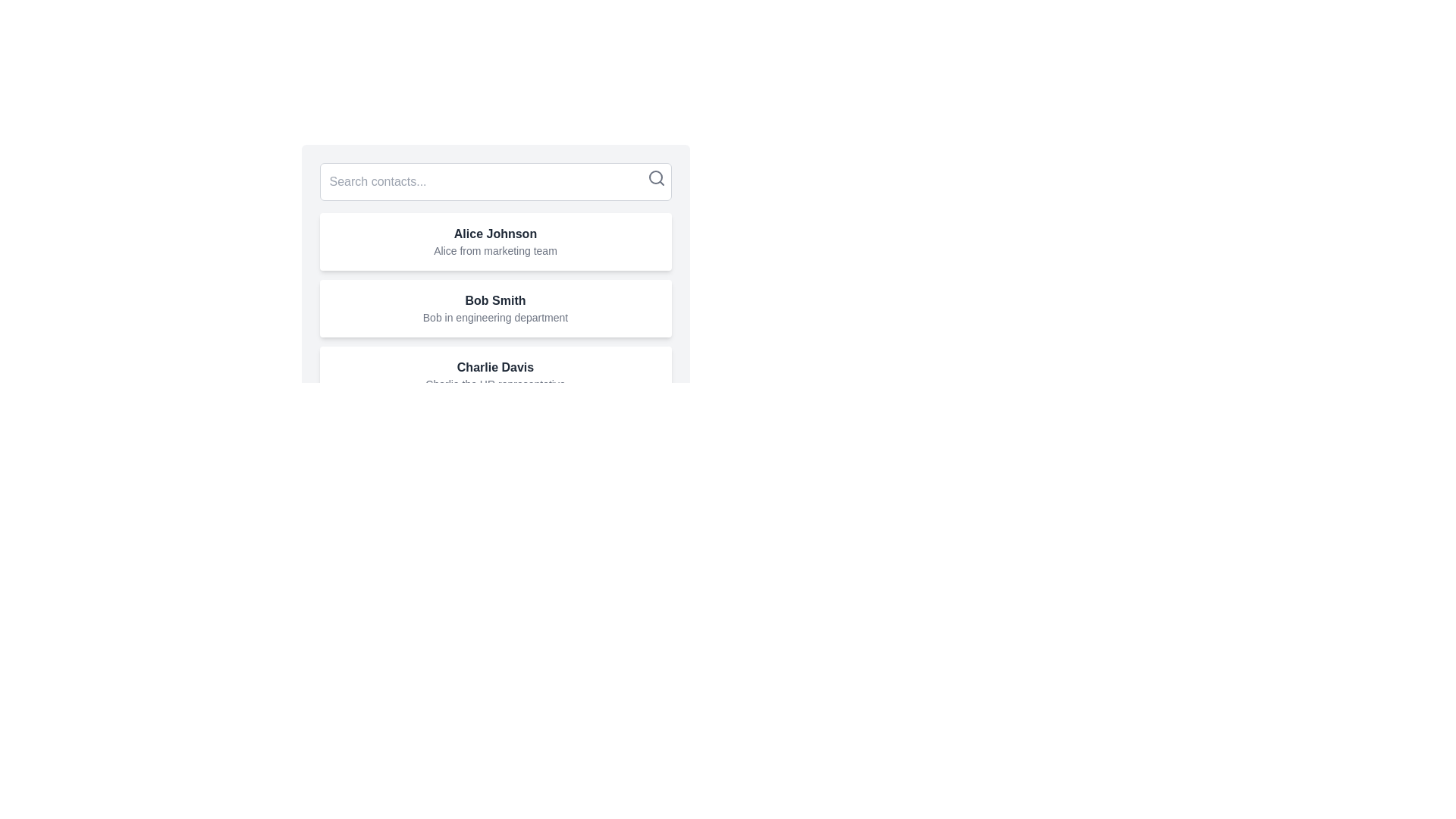 The width and height of the screenshot is (1456, 819). What do you see at coordinates (656, 177) in the screenshot?
I see `the magnifying glass icon located at the top-right corner of the search bar` at bounding box center [656, 177].